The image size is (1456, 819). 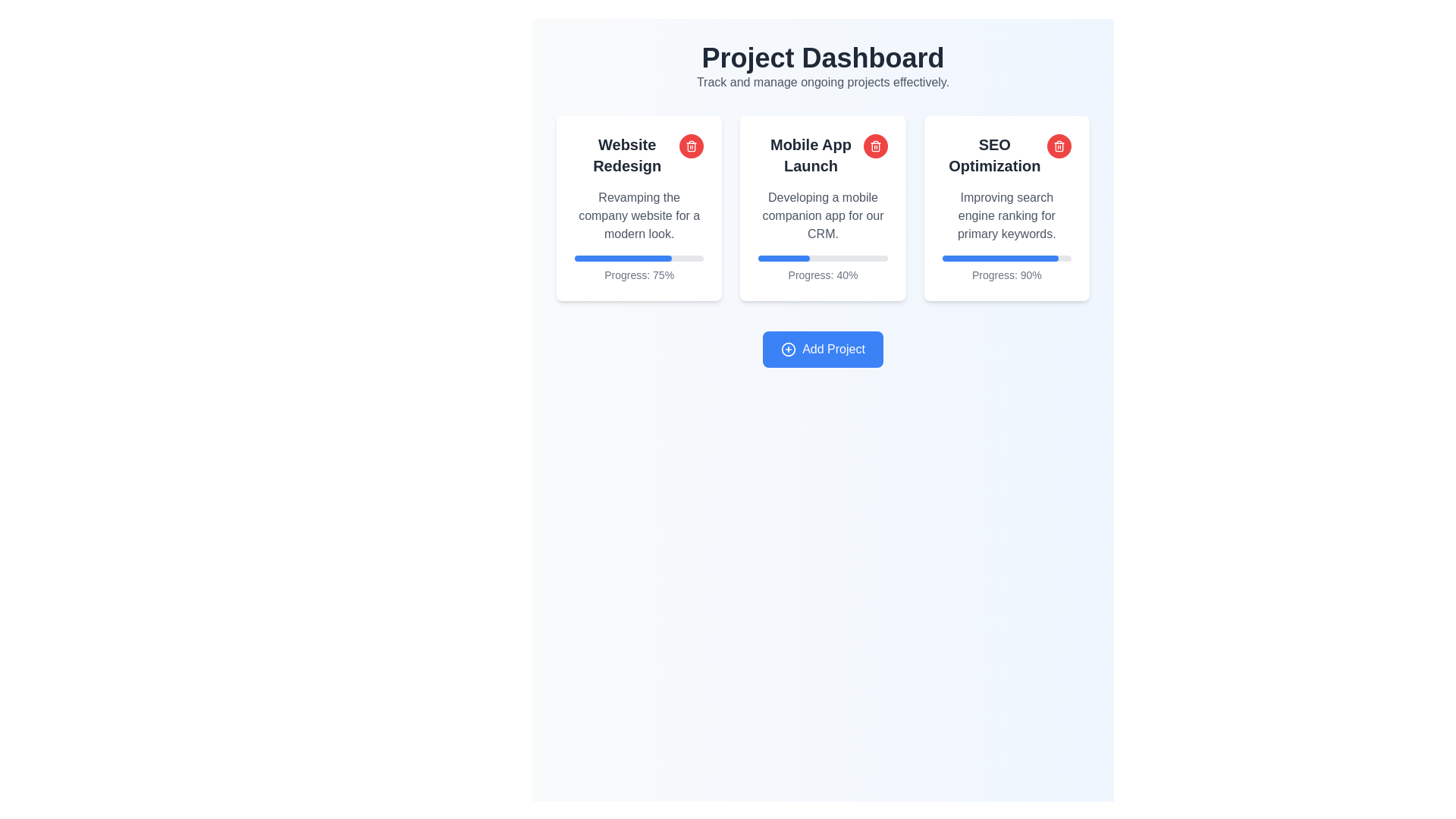 What do you see at coordinates (784, 257) in the screenshot?
I see `the blue progress fill bar that indicates 40% completion, located within the light gray progress bar under the 'Mobile App Launch' card` at bounding box center [784, 257].